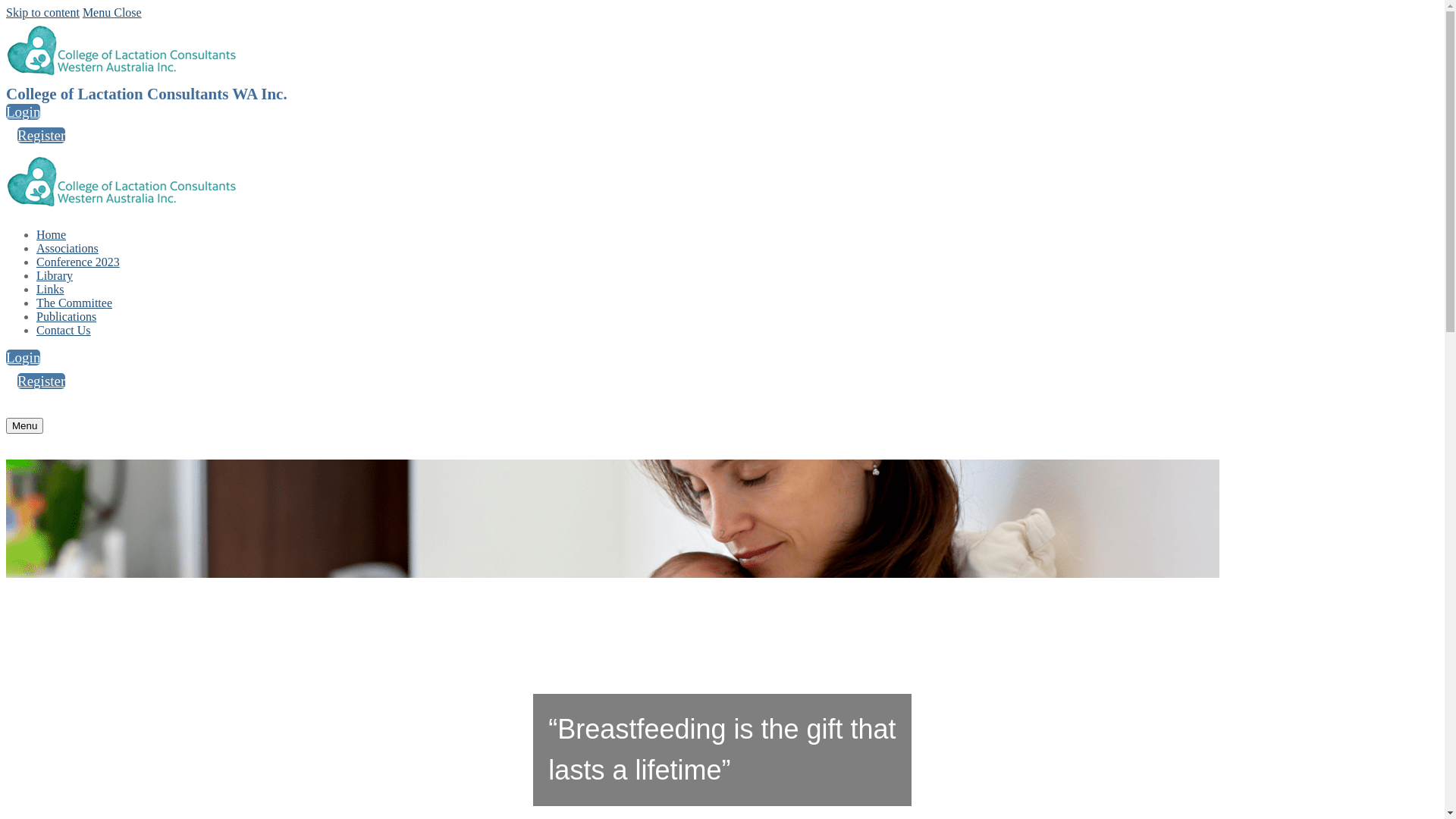 The image size is (1456, 819). What do you see at coordinates (65, 315) in the screenshot?
I see `'Publications'` at bounding box center [65, 315].